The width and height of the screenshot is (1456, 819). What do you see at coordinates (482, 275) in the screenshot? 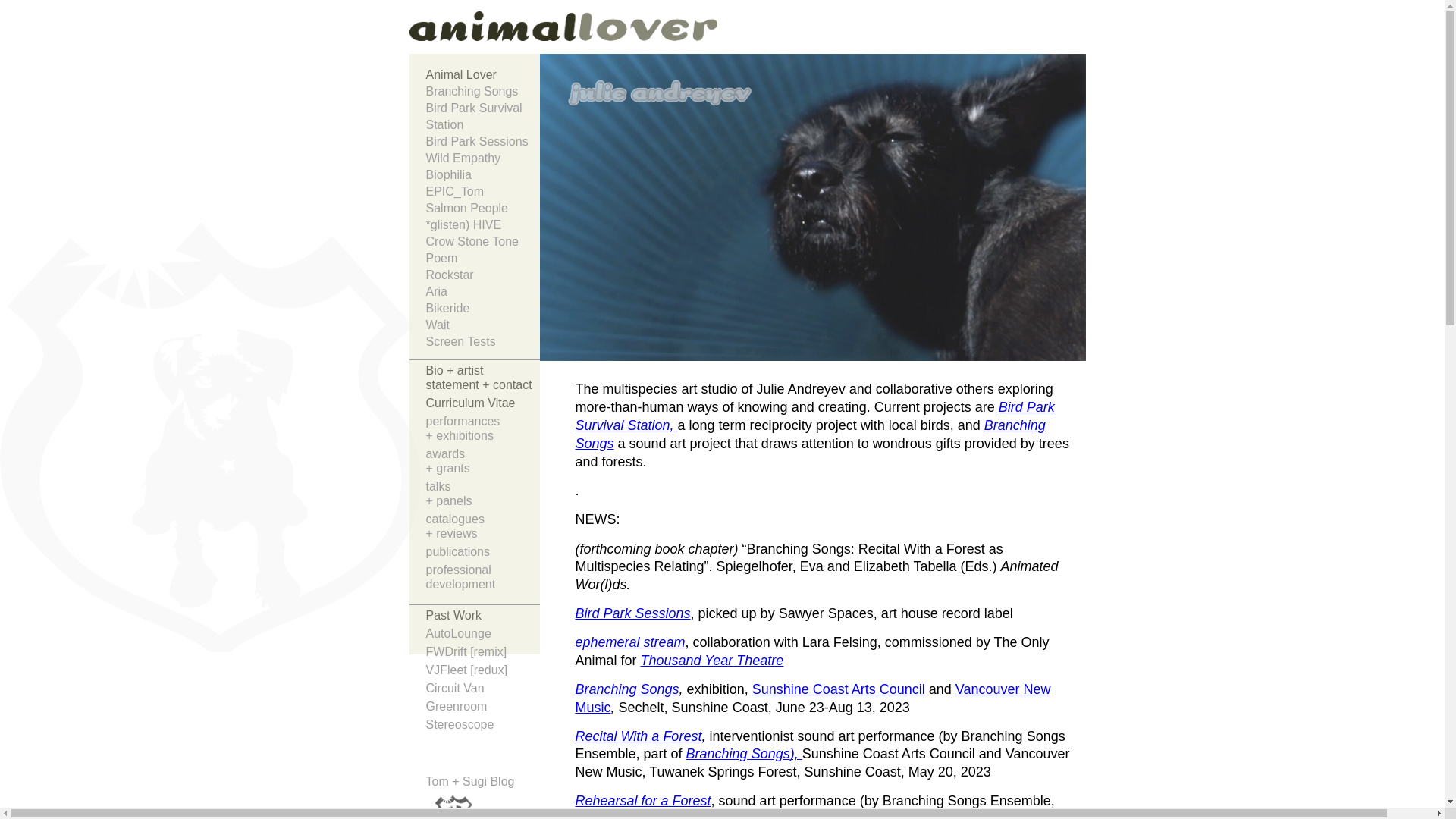
I see `'Rockstar'` at bounding box center [482, 275].